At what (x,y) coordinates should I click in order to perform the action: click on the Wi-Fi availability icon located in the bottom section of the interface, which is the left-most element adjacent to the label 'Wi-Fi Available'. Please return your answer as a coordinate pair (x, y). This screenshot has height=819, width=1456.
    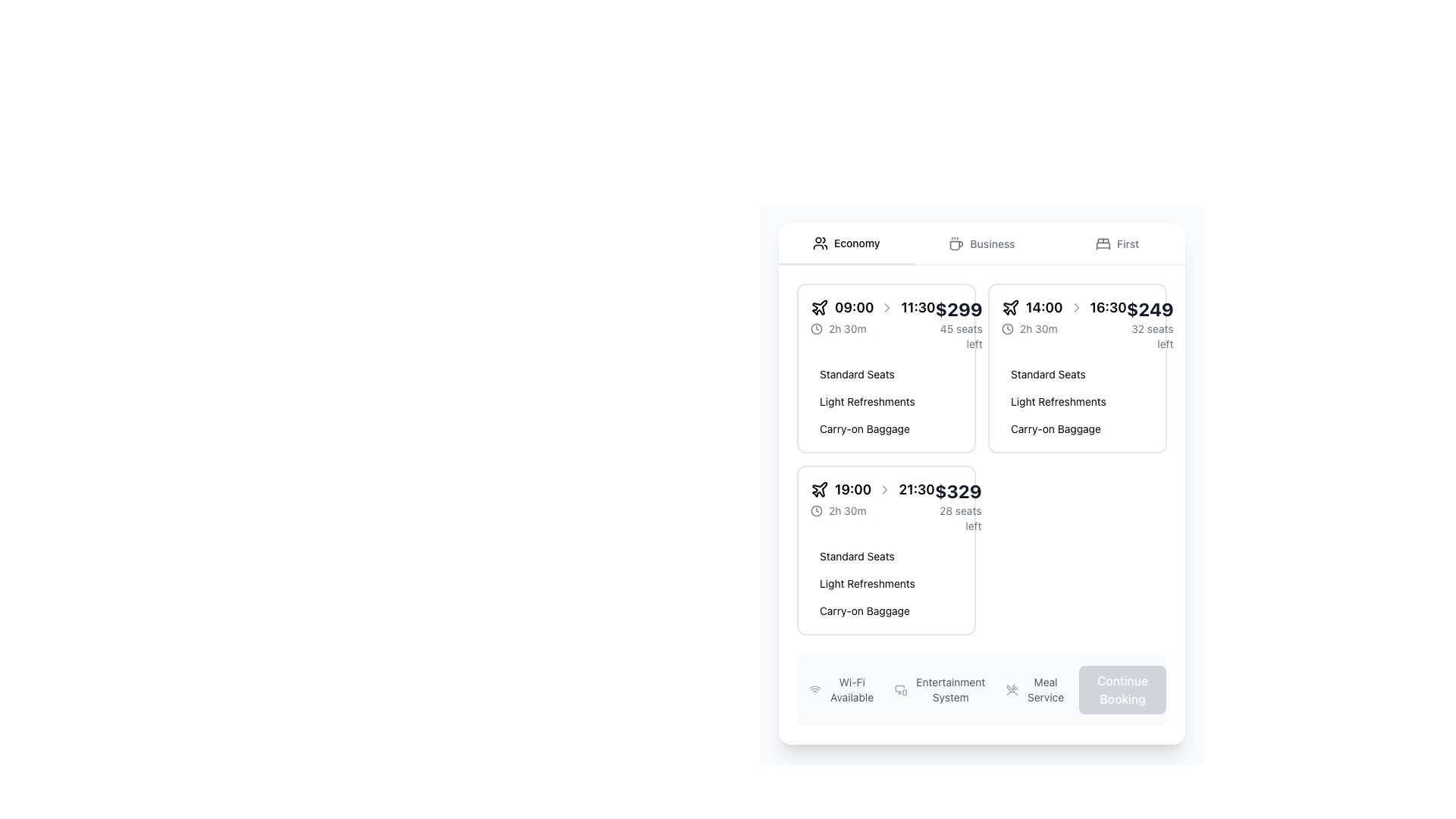
    Looking at the image, I should click on (814, 690).